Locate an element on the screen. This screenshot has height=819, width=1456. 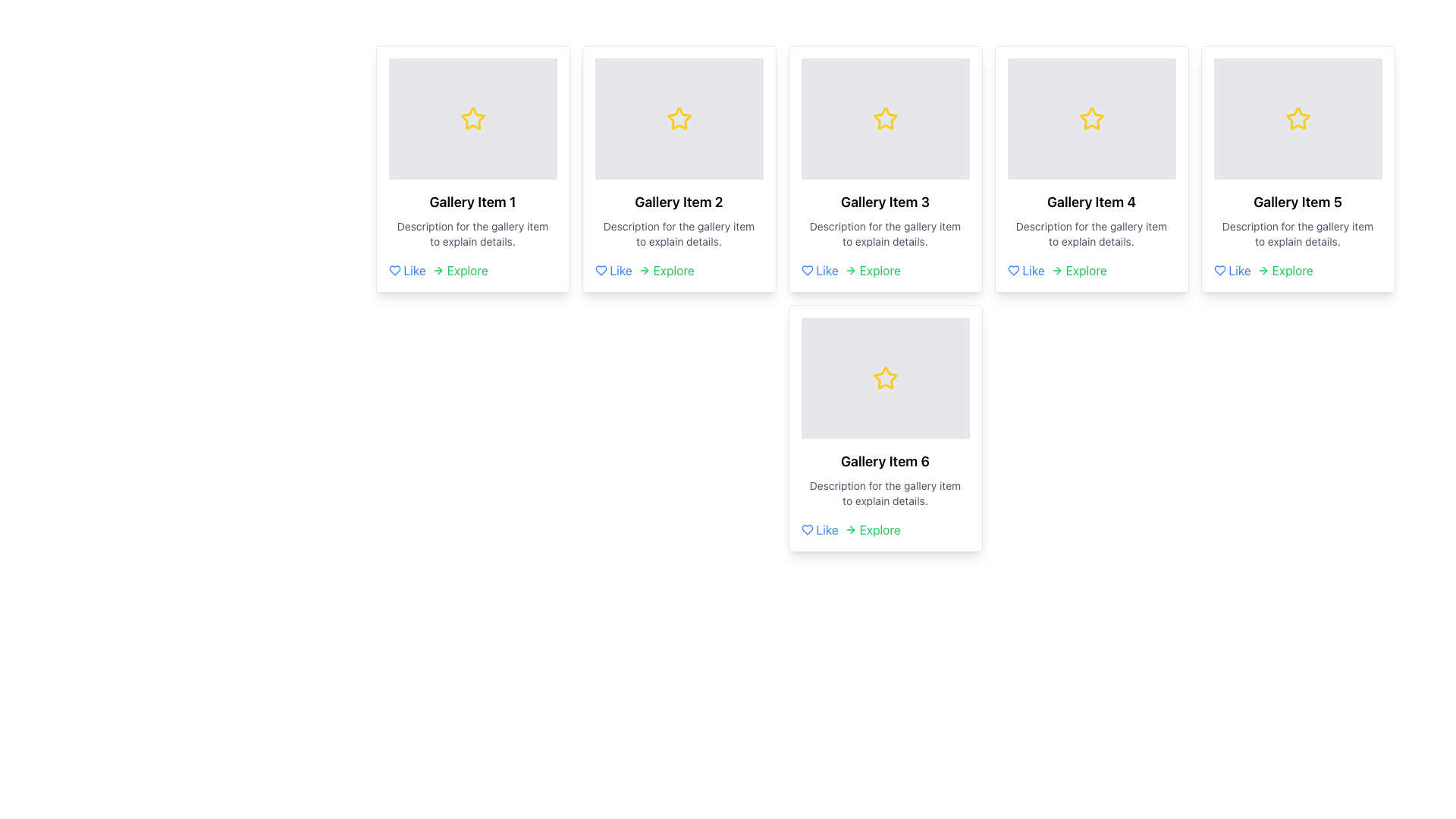
the Text label that serves as the title of the fourth gallery card, located in the second row, first column of the grid layout is located at coordinates (1090, 201).